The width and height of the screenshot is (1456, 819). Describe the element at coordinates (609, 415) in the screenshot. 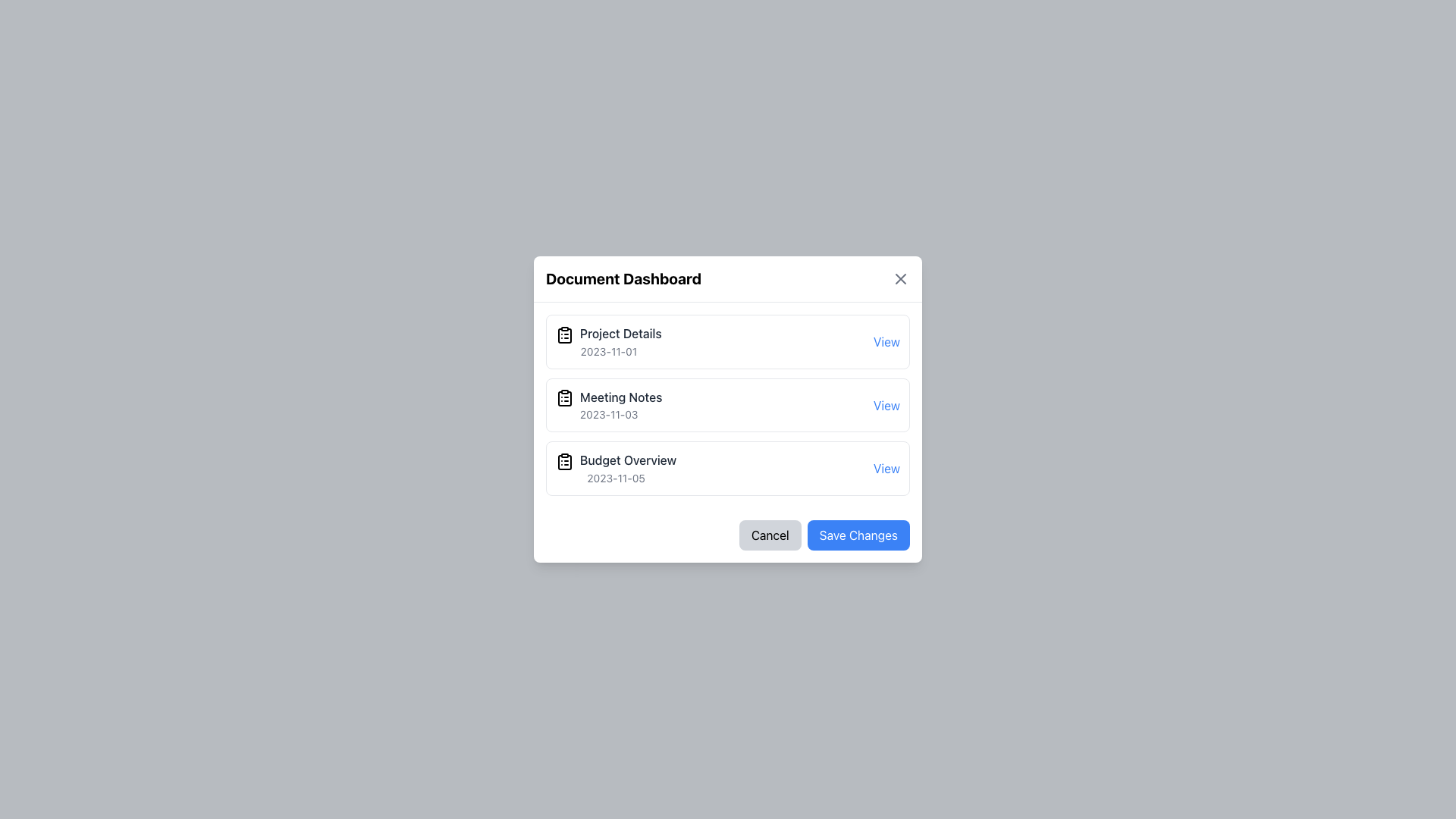

I see `date text '2023-11-03' located below the 'Meeting Notes' title in the list` at that location.